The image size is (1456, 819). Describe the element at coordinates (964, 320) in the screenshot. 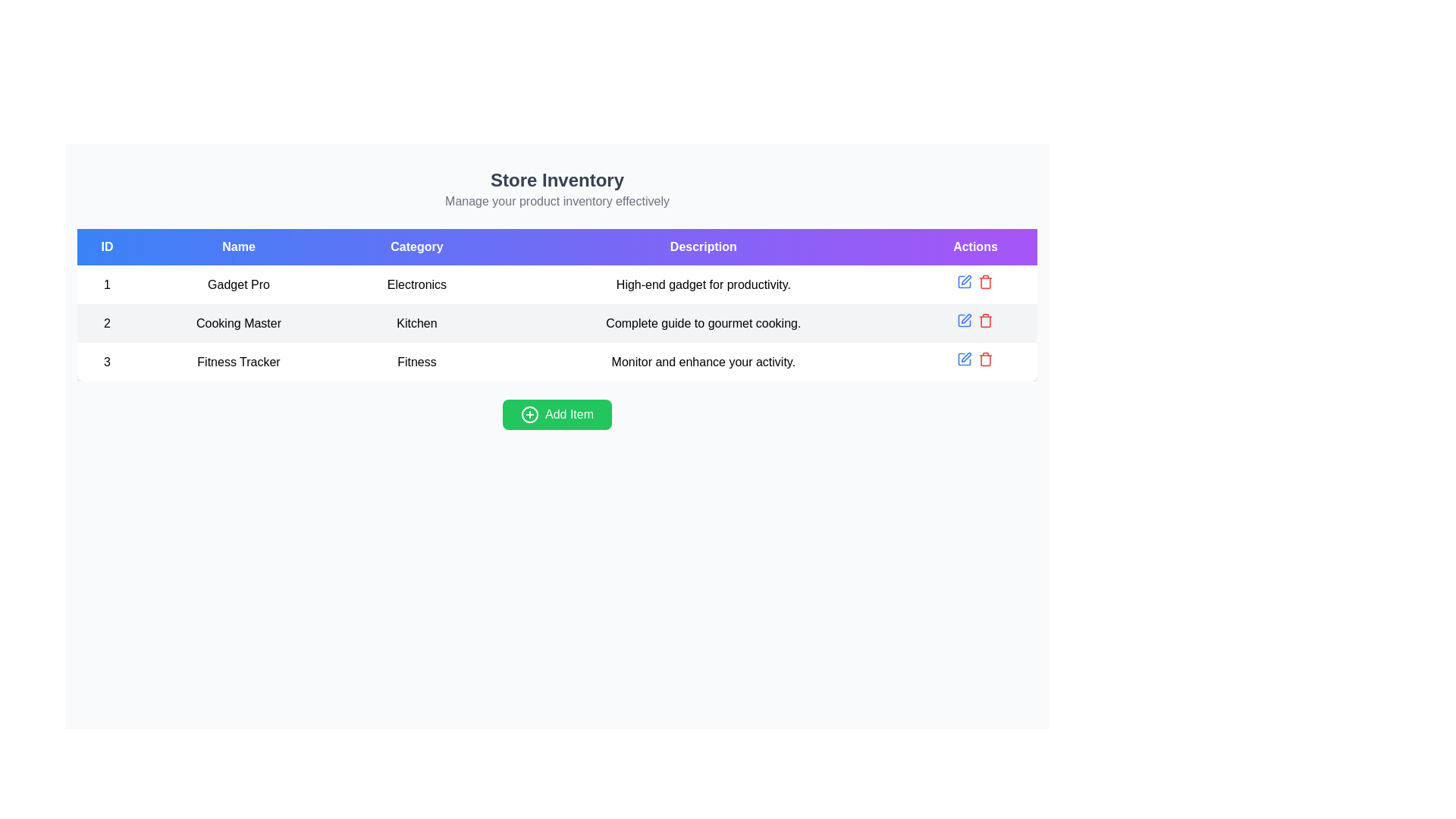

I see `the blue writing pen icon button located in the 'Actions' column of the second row of the product table` at that location.